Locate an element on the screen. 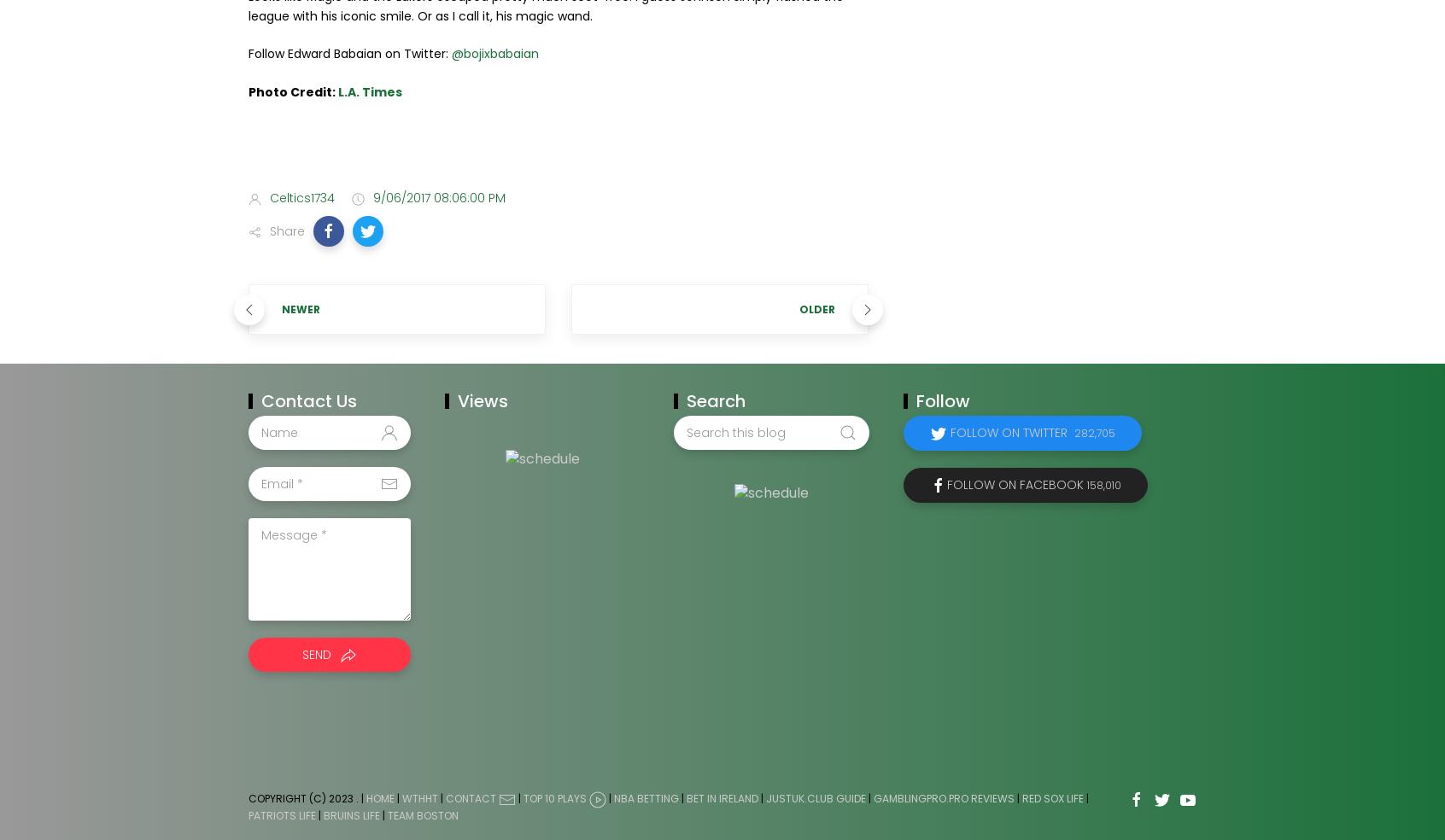 This screenshot has height=840, width=1445. 'Newer' is located at coordinates (300, 308).